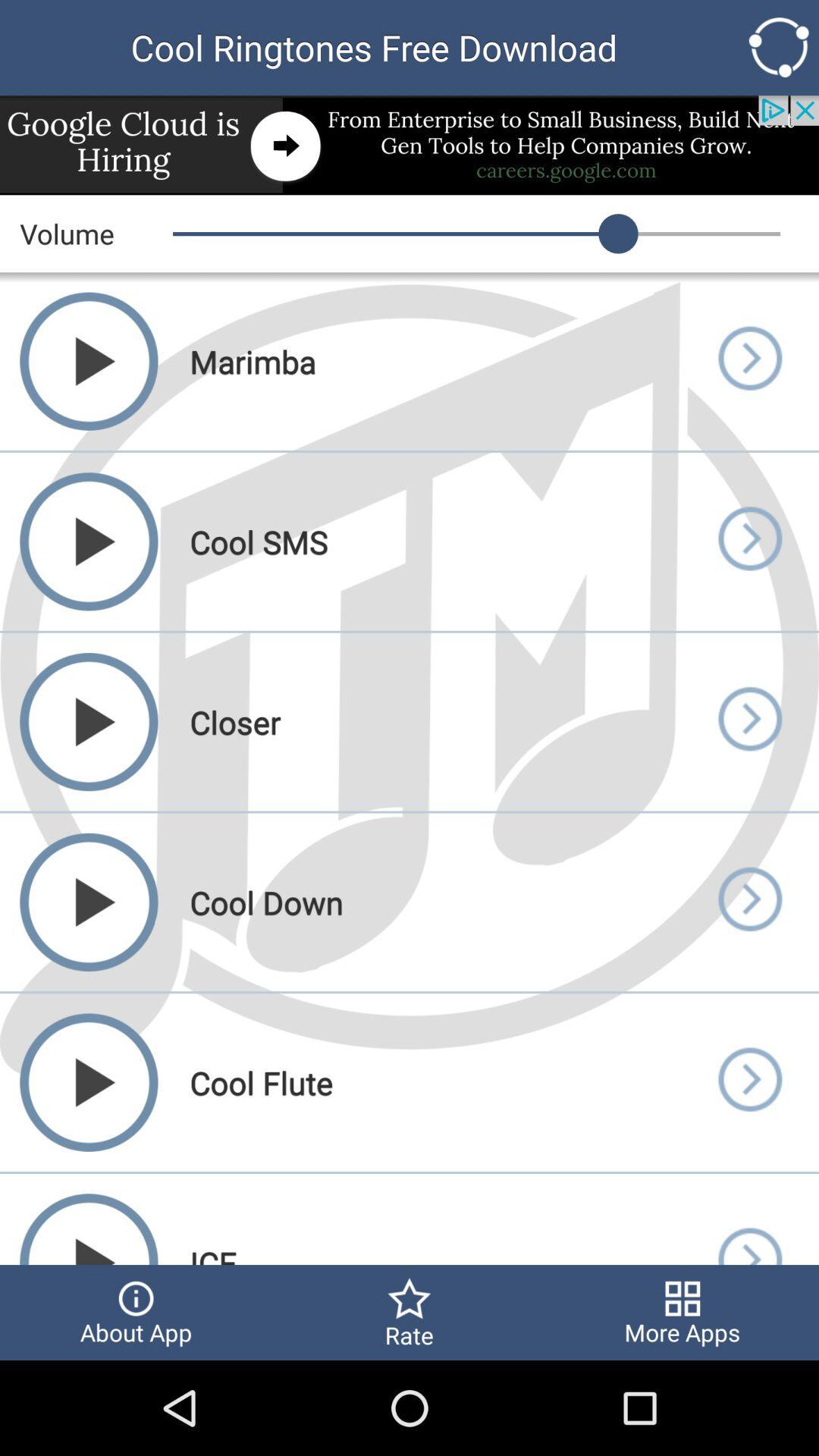 The image size is (819, 1456). What do you see at coordinates (748, 1219) in the screenshot?
I see `open track info` at bounding box center [748, 1219].